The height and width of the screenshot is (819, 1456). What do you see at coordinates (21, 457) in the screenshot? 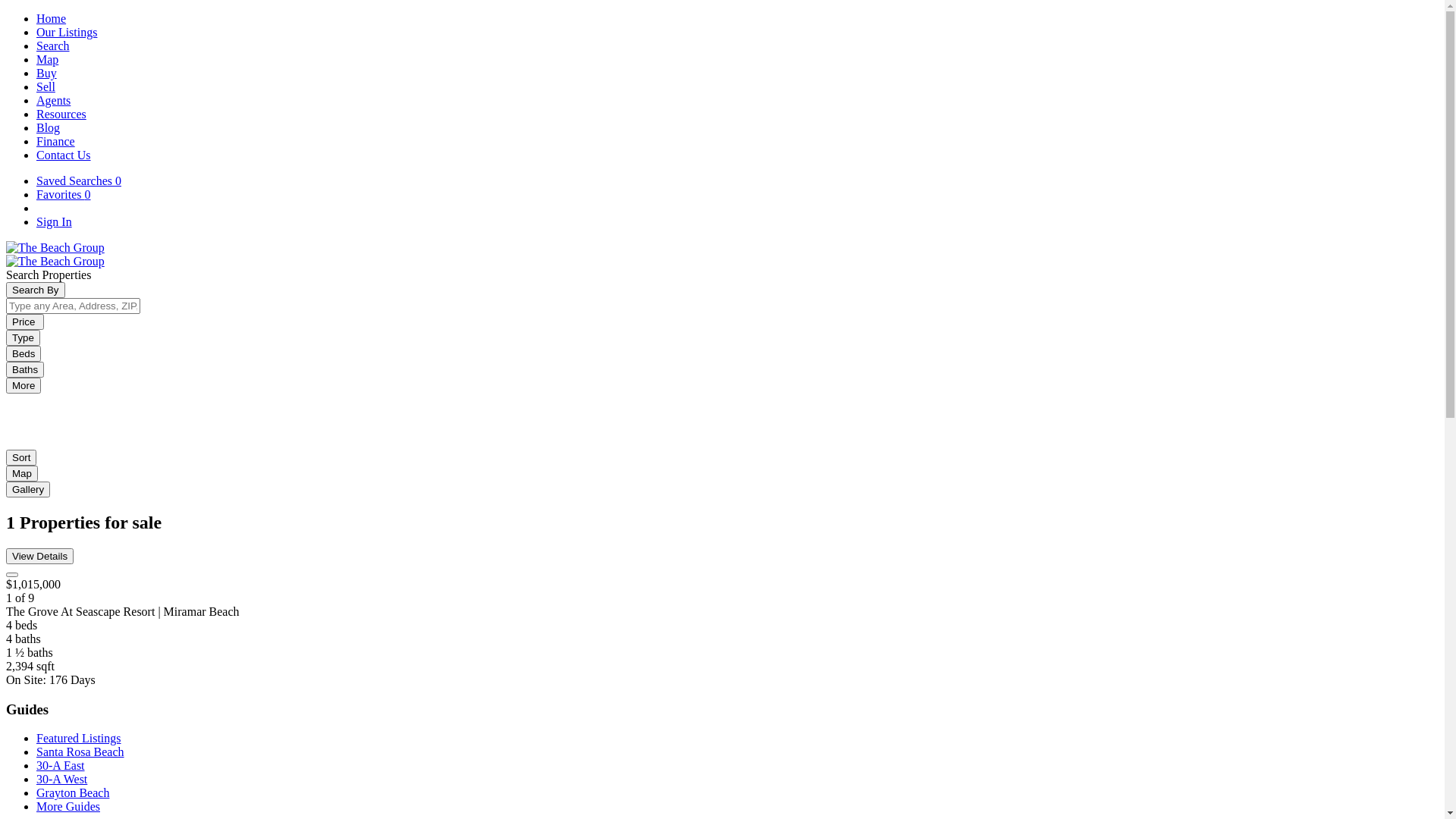
I see `'Sort'` at bounding box center [21, 457].